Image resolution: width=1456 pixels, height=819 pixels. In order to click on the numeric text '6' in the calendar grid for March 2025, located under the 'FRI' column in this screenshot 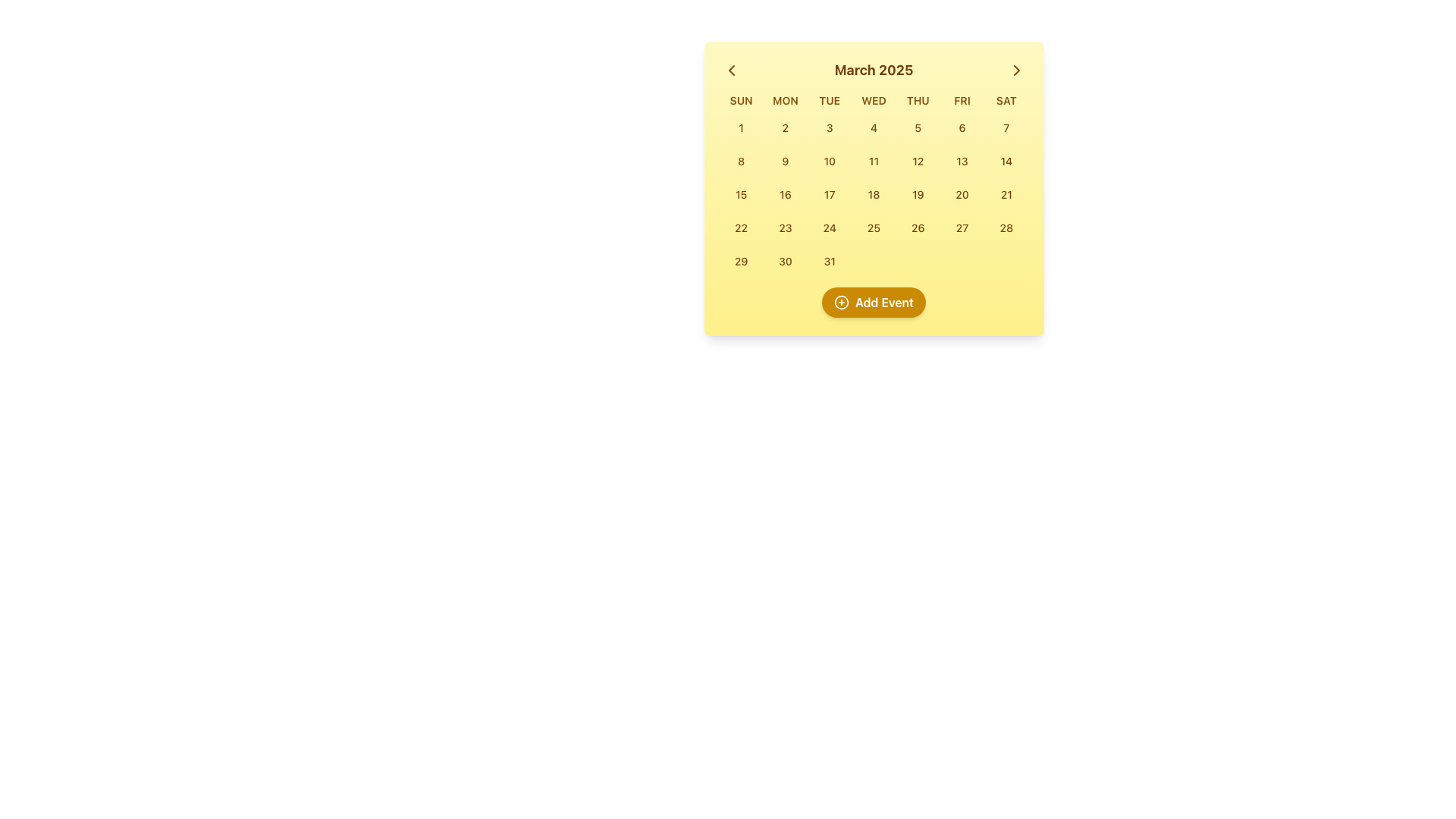, I will do `click(962, 127)`.